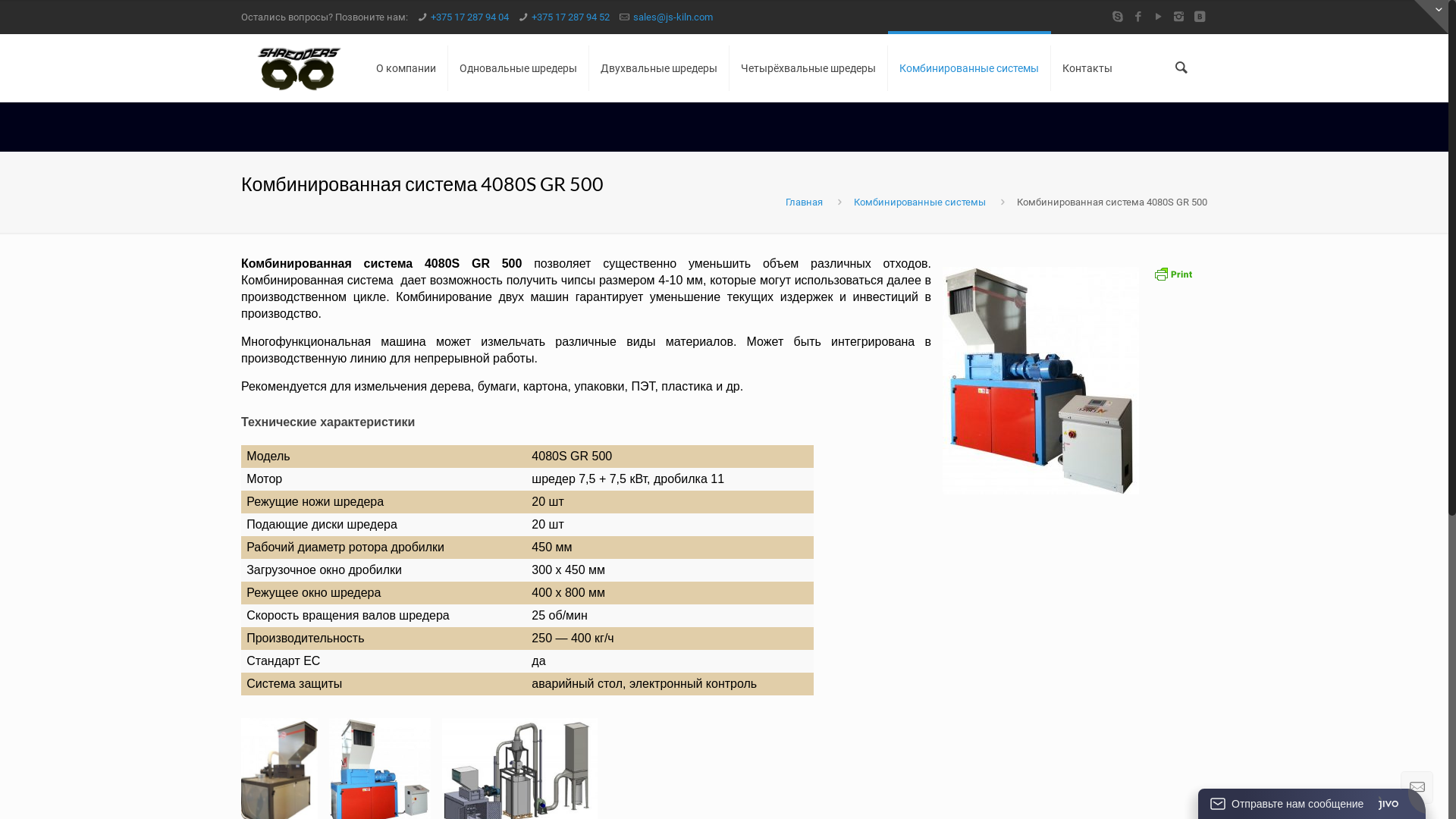 The height and width of the screenshot is (819, 1456). I want to click on 'Instagram', so click(1178, 17).